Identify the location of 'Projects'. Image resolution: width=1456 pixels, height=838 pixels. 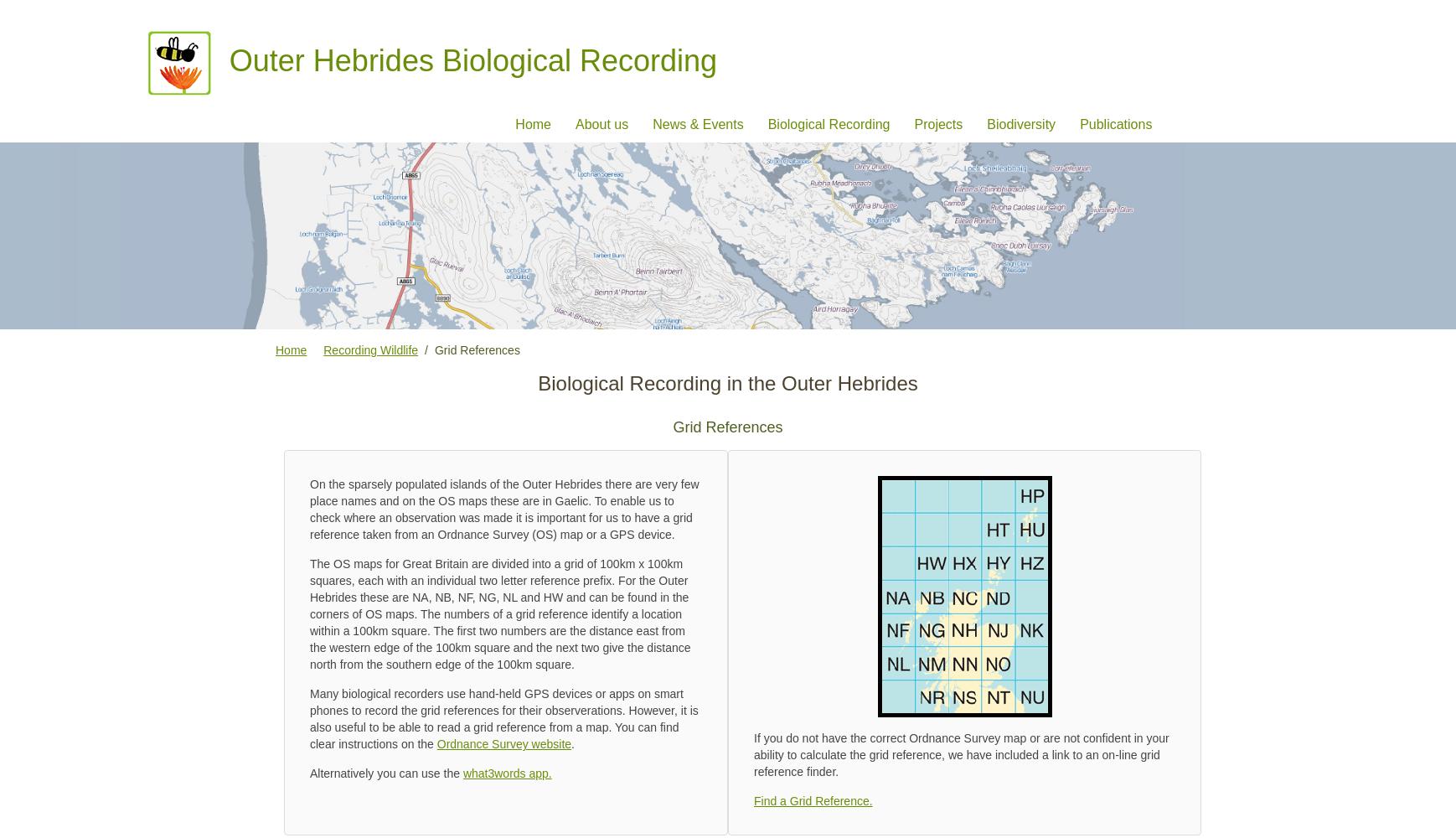
(937, 123).